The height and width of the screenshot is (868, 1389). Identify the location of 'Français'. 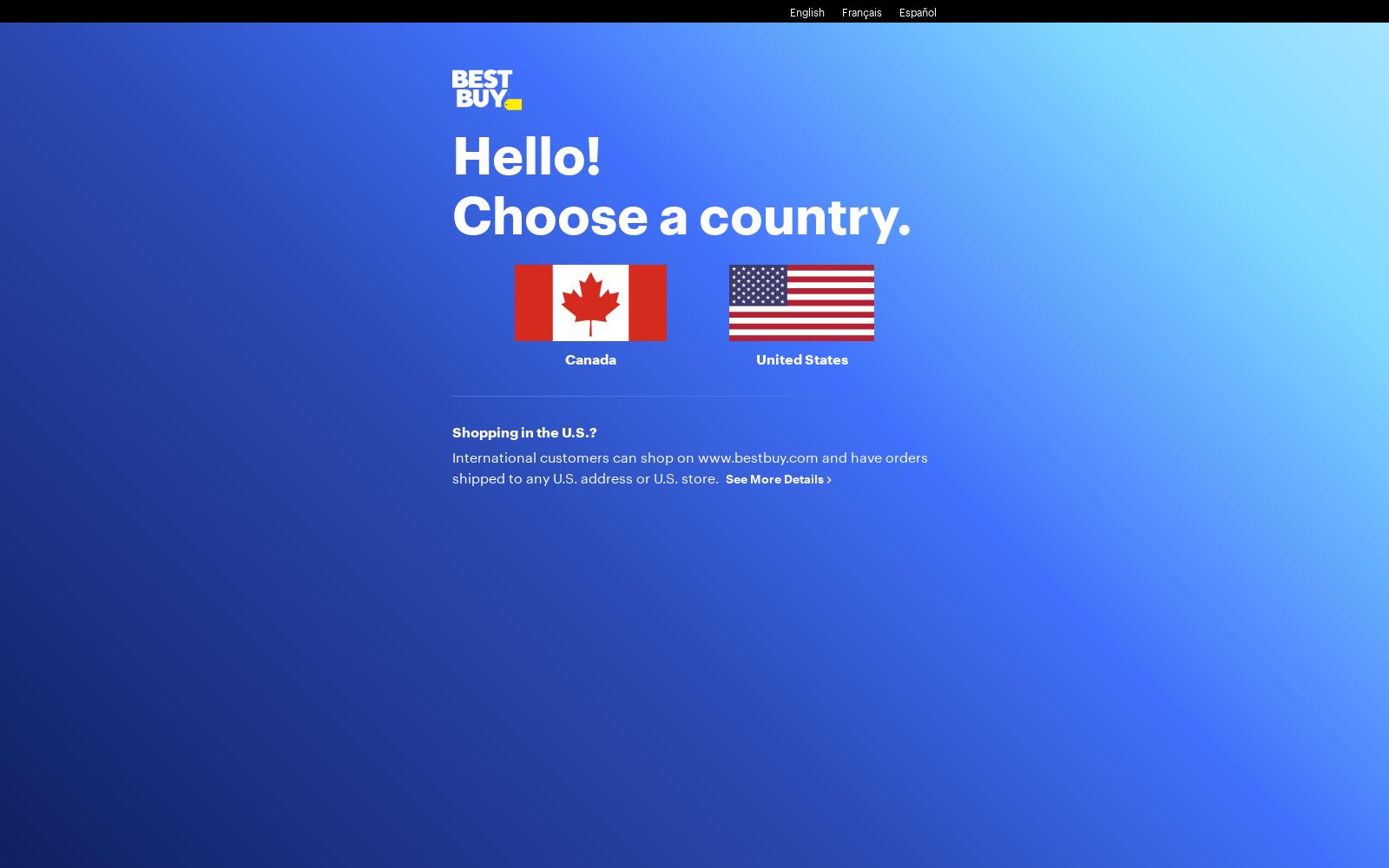
(860, 12).